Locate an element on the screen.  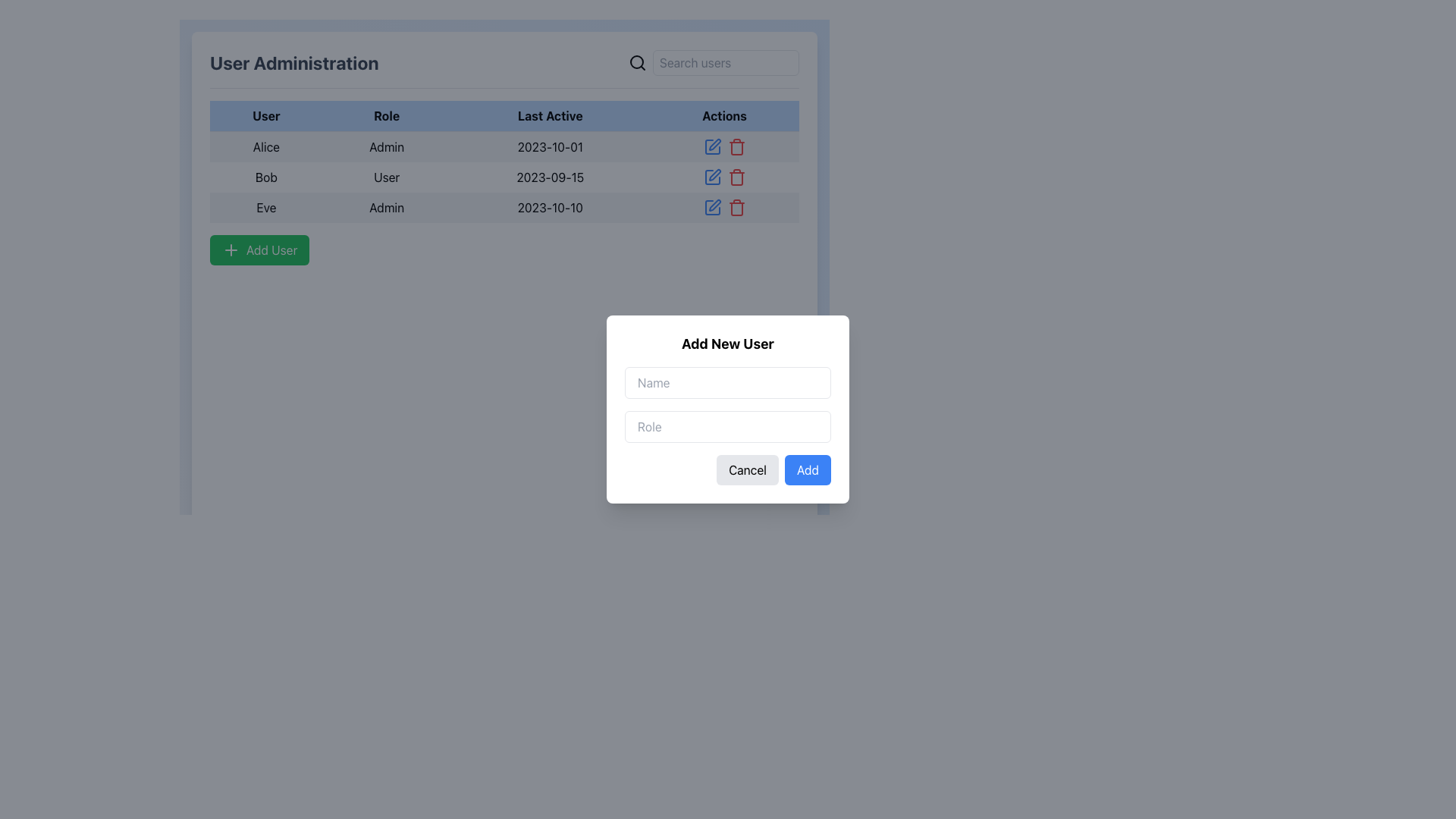
the edit button in the 'Actions' column of the user information table, specifically the first button in the third row for user 'Eve' is located at coordinates (711, 207).